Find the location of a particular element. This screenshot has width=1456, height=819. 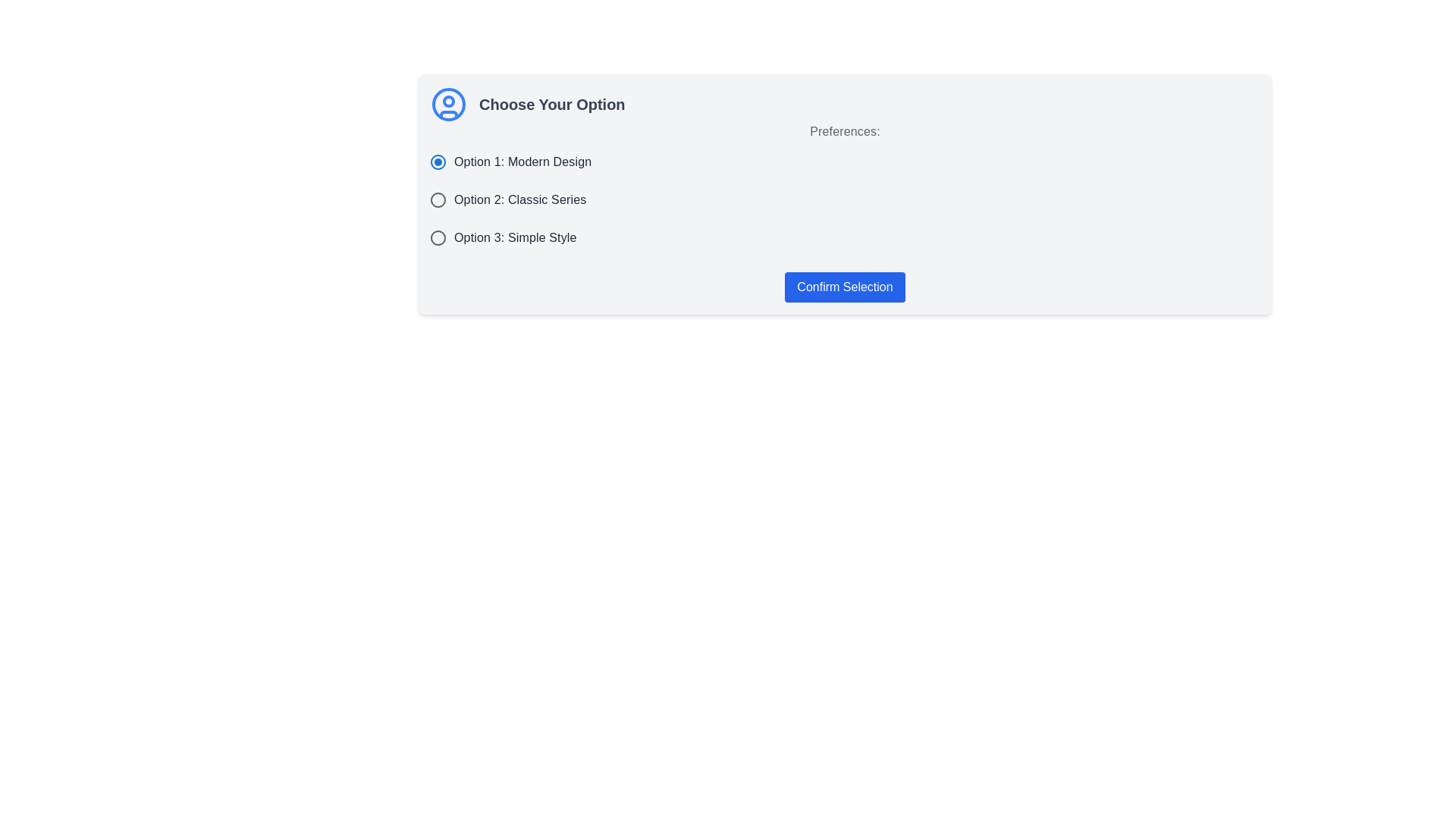

the text label that describes the first option in the 'Choose Your Option' section, which is positioned to the right of the circular radio button is located at coordinates (522, 162).